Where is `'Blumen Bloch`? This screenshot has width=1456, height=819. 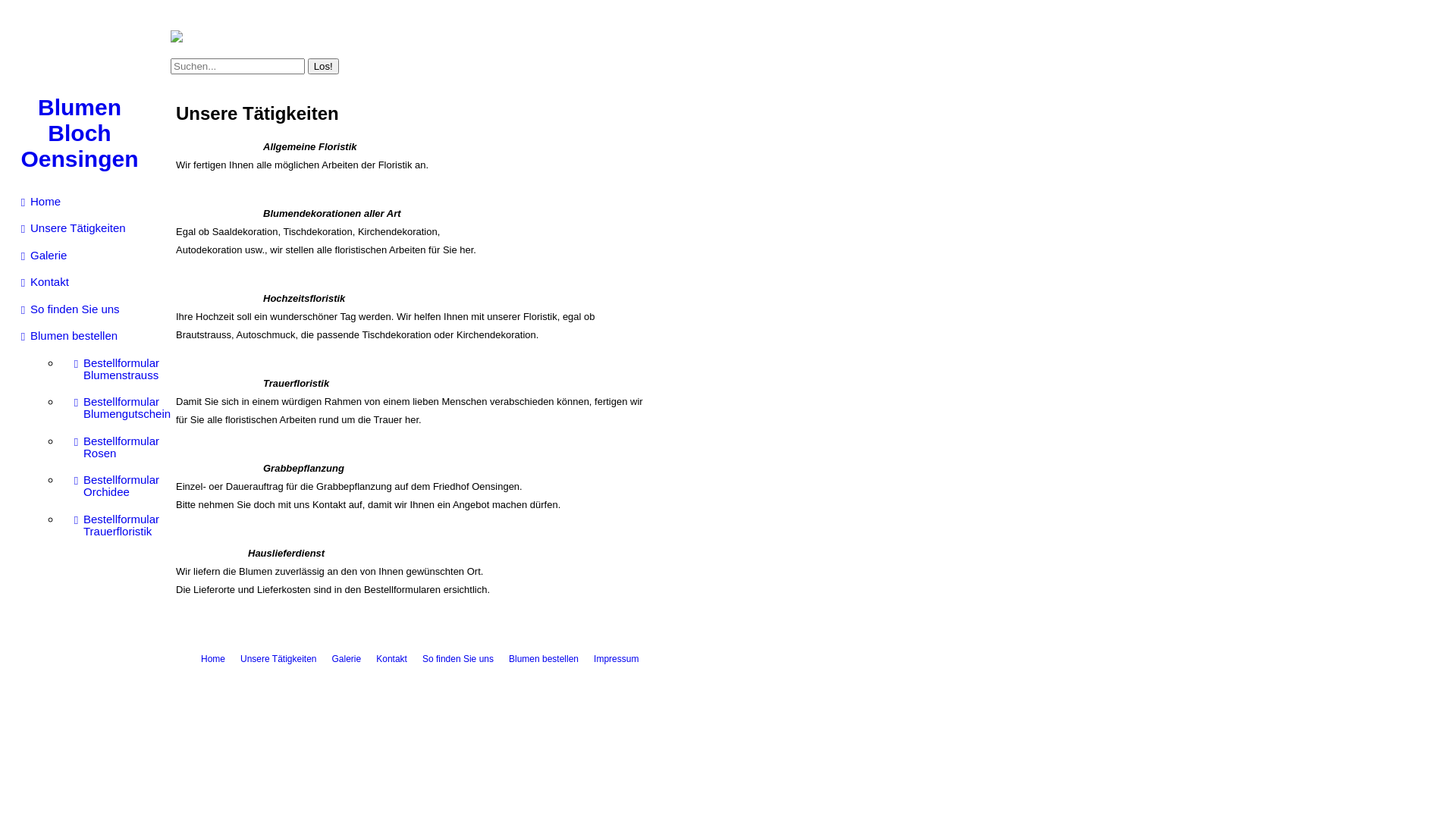 'Blumen Bloch is located at coordinates (79, 133).